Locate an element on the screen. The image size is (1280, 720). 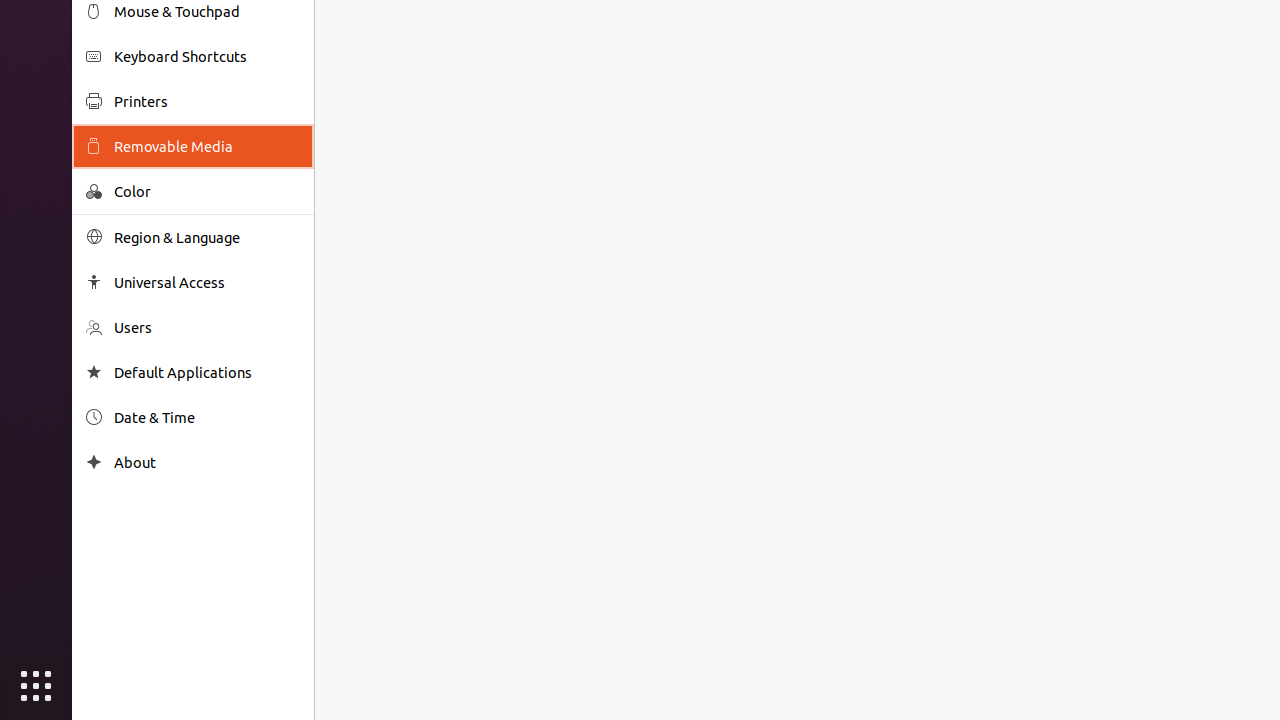
'Region & Language' is located at coordinates (206, 236).